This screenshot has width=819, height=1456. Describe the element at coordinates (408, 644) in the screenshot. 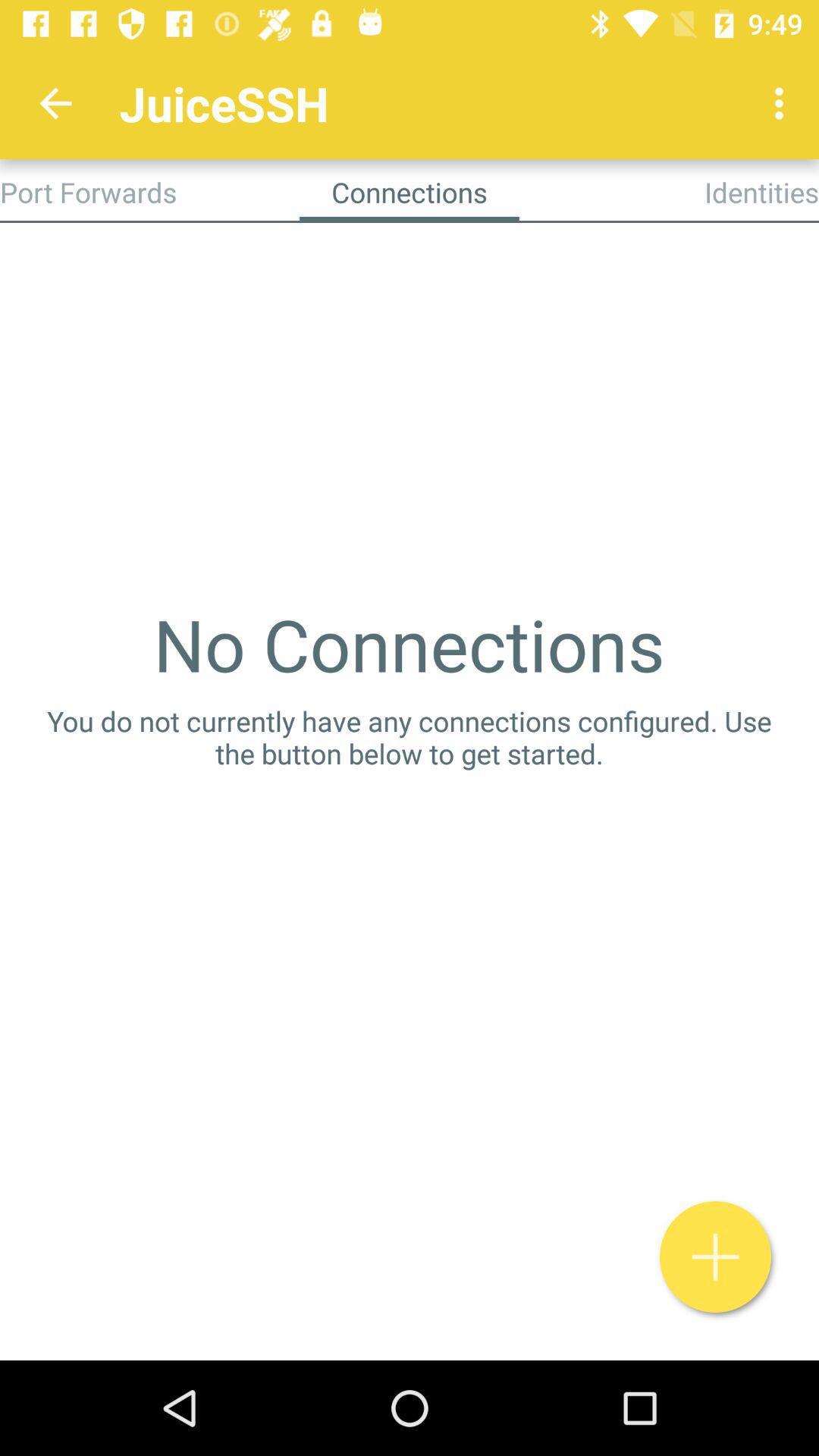

I see `the no connections` at that location.